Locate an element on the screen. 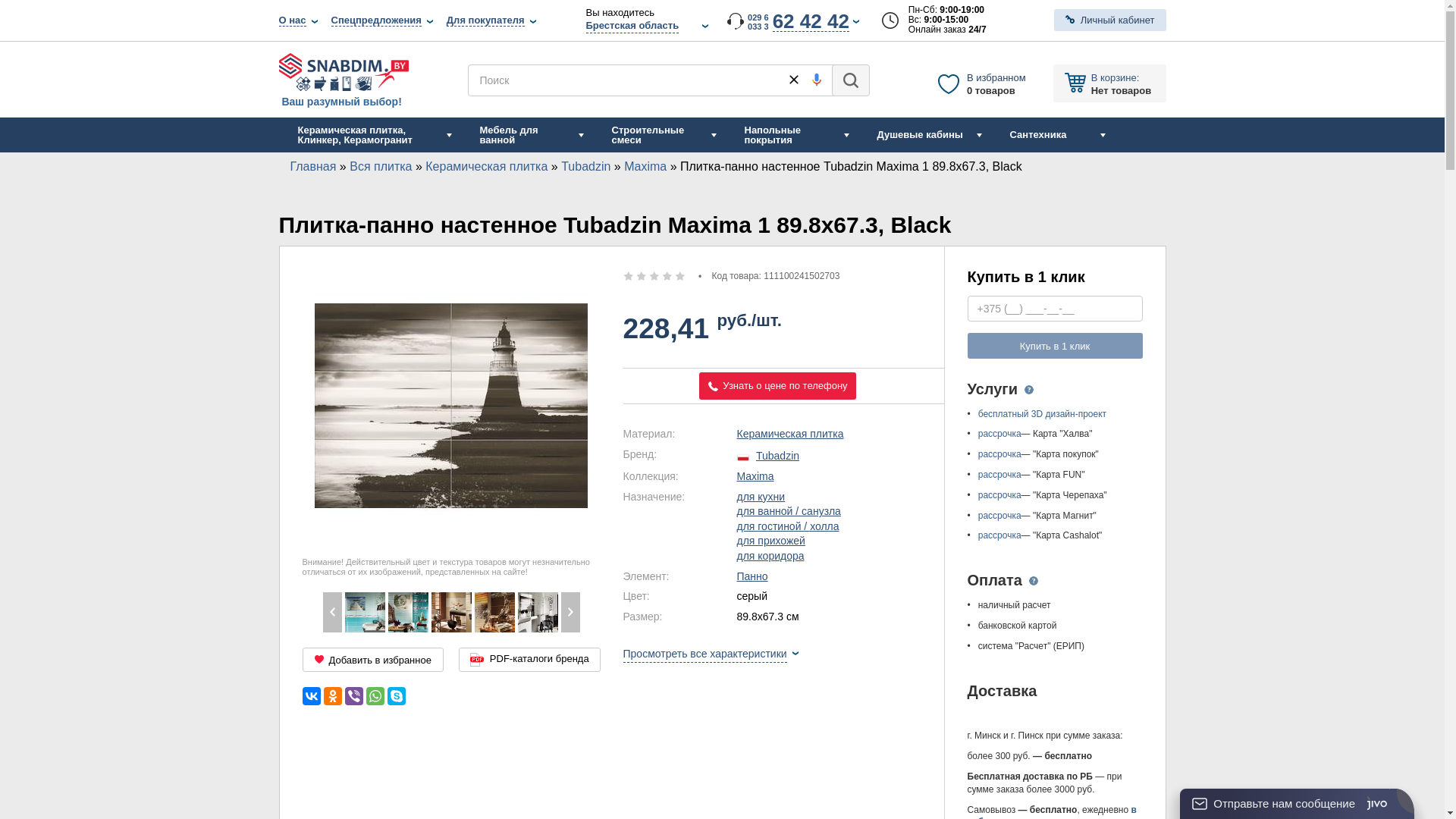 Image resolution: width=1456 pixels, height=819 pixels. 'Maxima' is located at coordinates (755, 475).